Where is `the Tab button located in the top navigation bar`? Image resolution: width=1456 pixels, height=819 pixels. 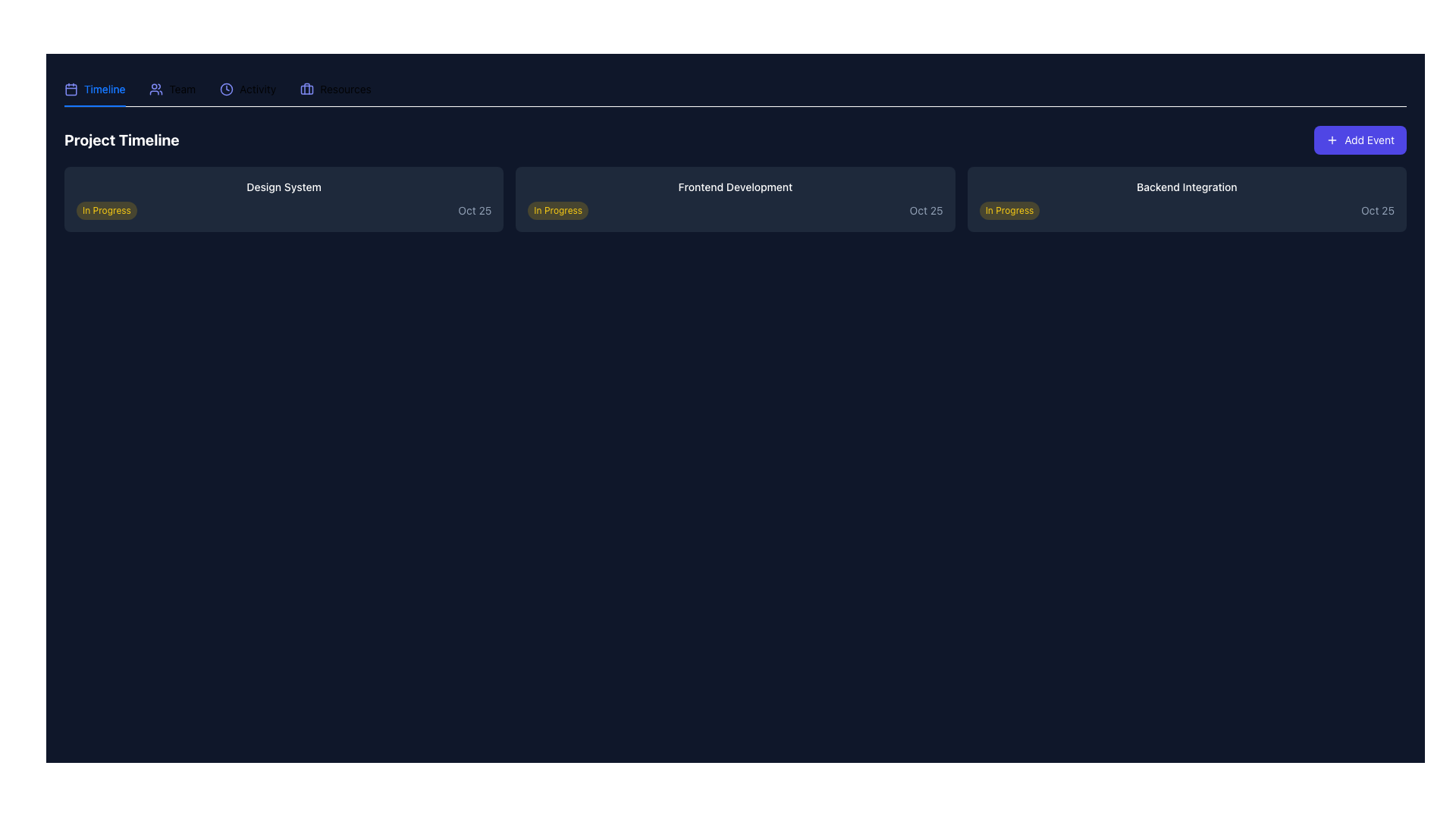 the Tab button located in the top navigation bar is located at coordinates (335, 89).